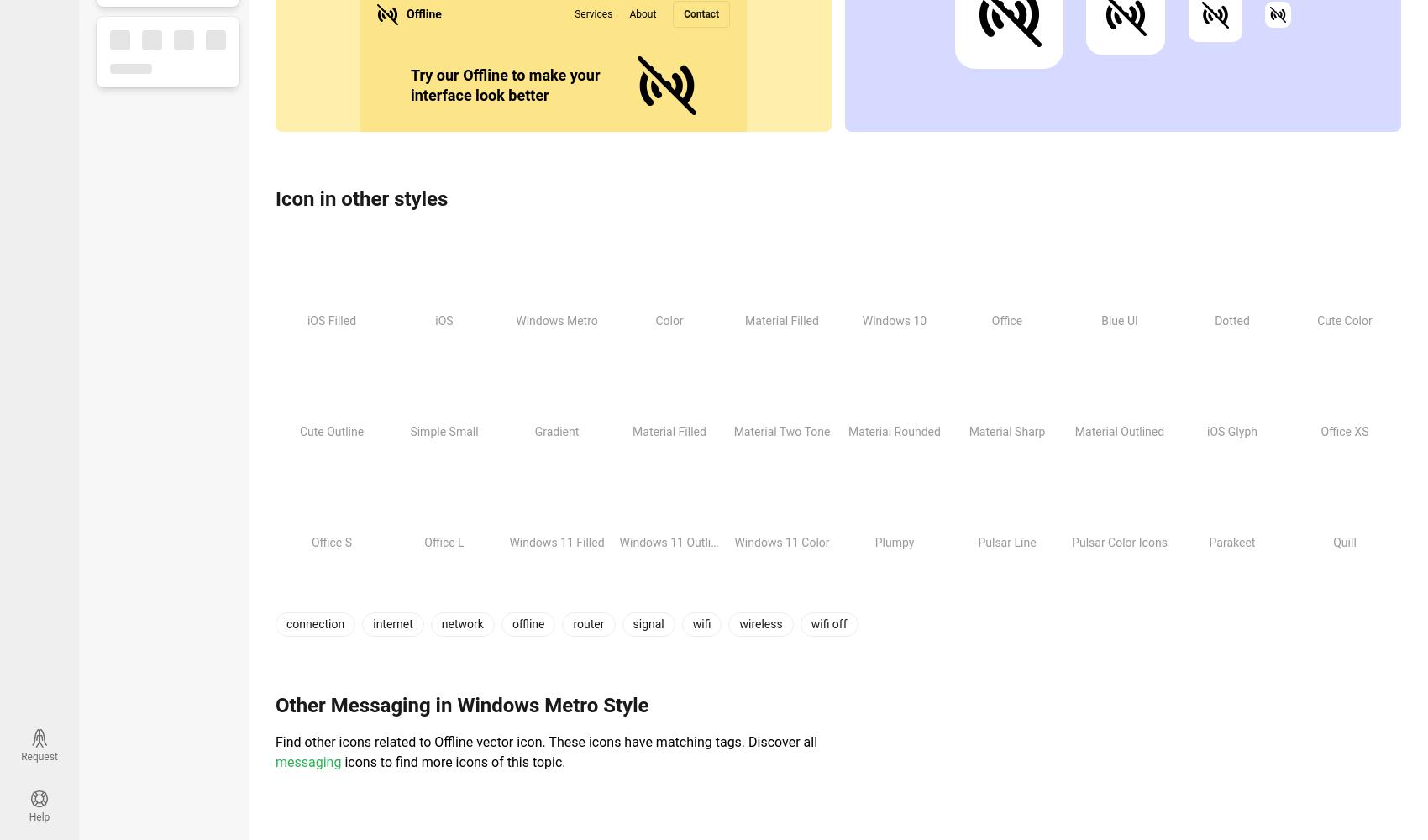 The width and height of the screenshot is (1428, 840). Describe the element at coordinates (1343, 543) in the screenshot. I see `'Quill'` at that location.